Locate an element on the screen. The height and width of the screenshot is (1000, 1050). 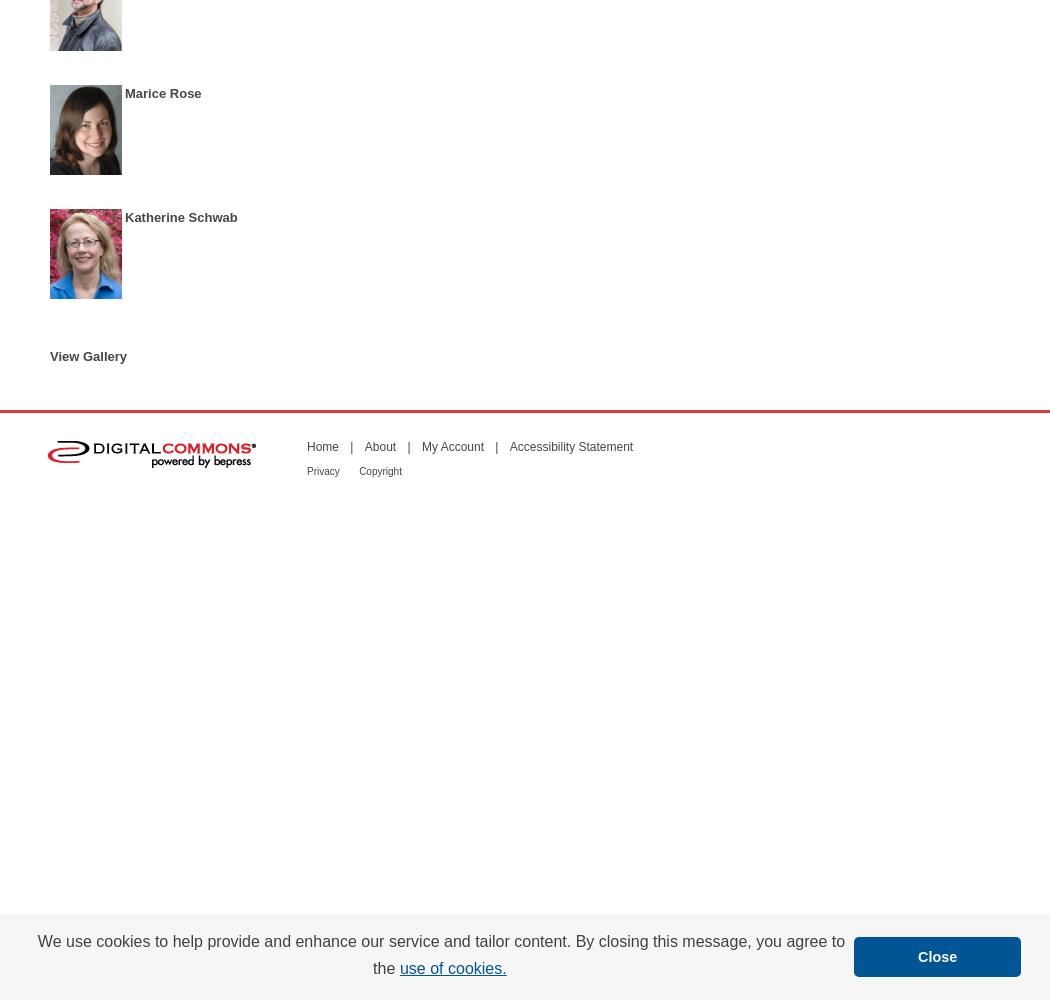
'My Account' is located at coordinates (452, 445).